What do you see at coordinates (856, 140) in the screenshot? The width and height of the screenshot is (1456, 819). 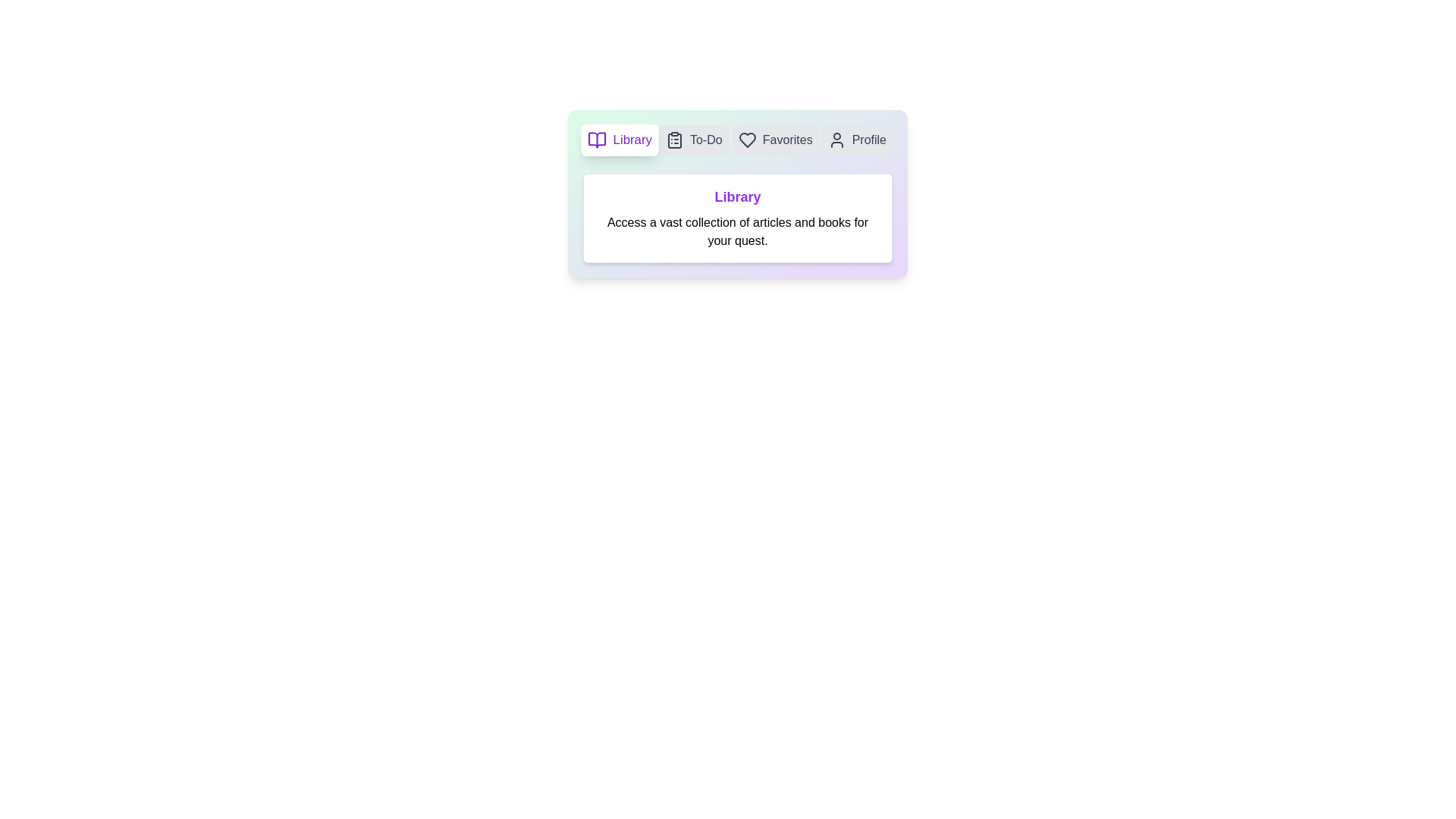 I see `the tab labeled Profile to view its content` at bounding box center [856, 140].